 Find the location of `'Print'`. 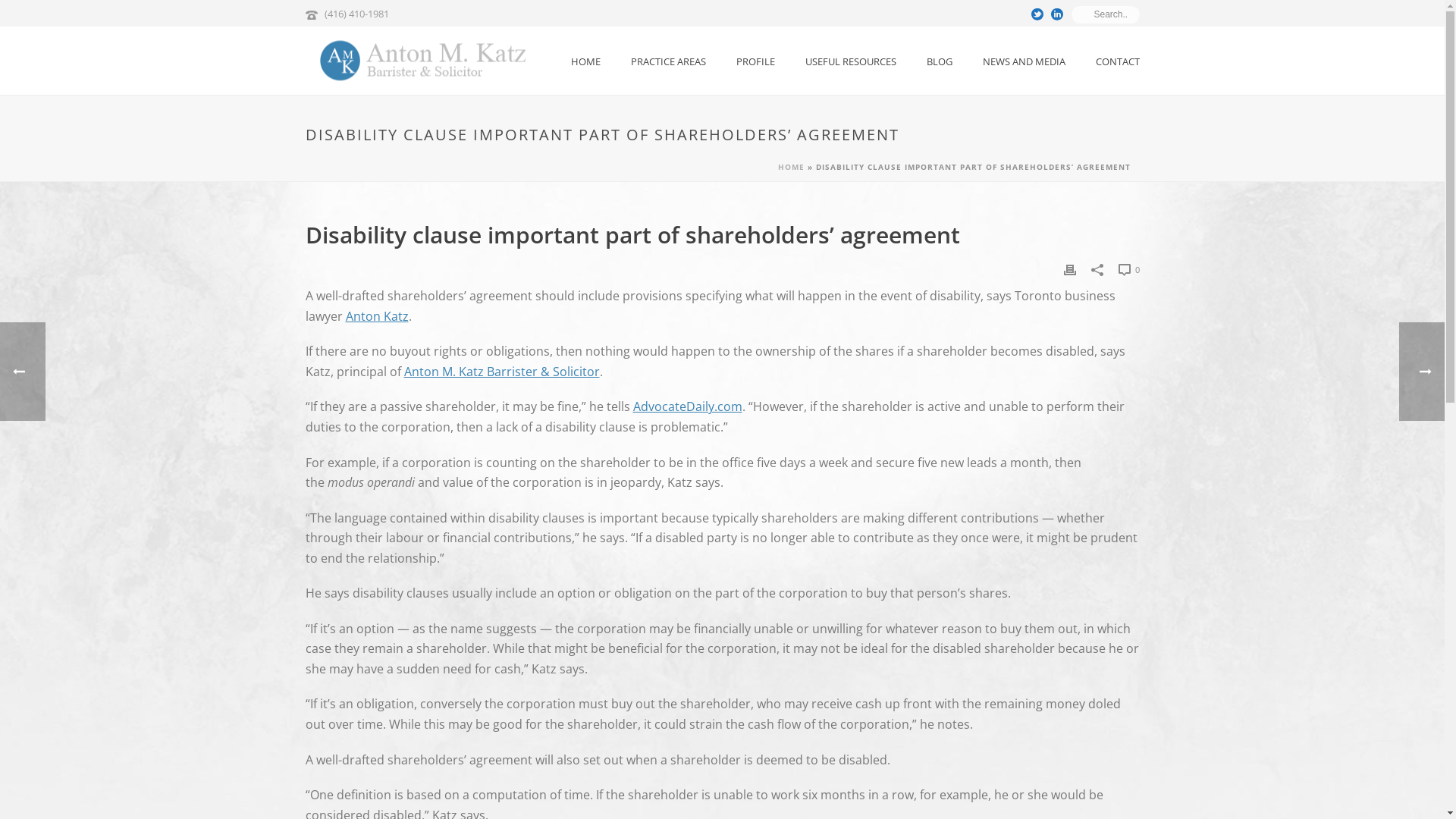

'Print' is located at coordinates (1068, 268).